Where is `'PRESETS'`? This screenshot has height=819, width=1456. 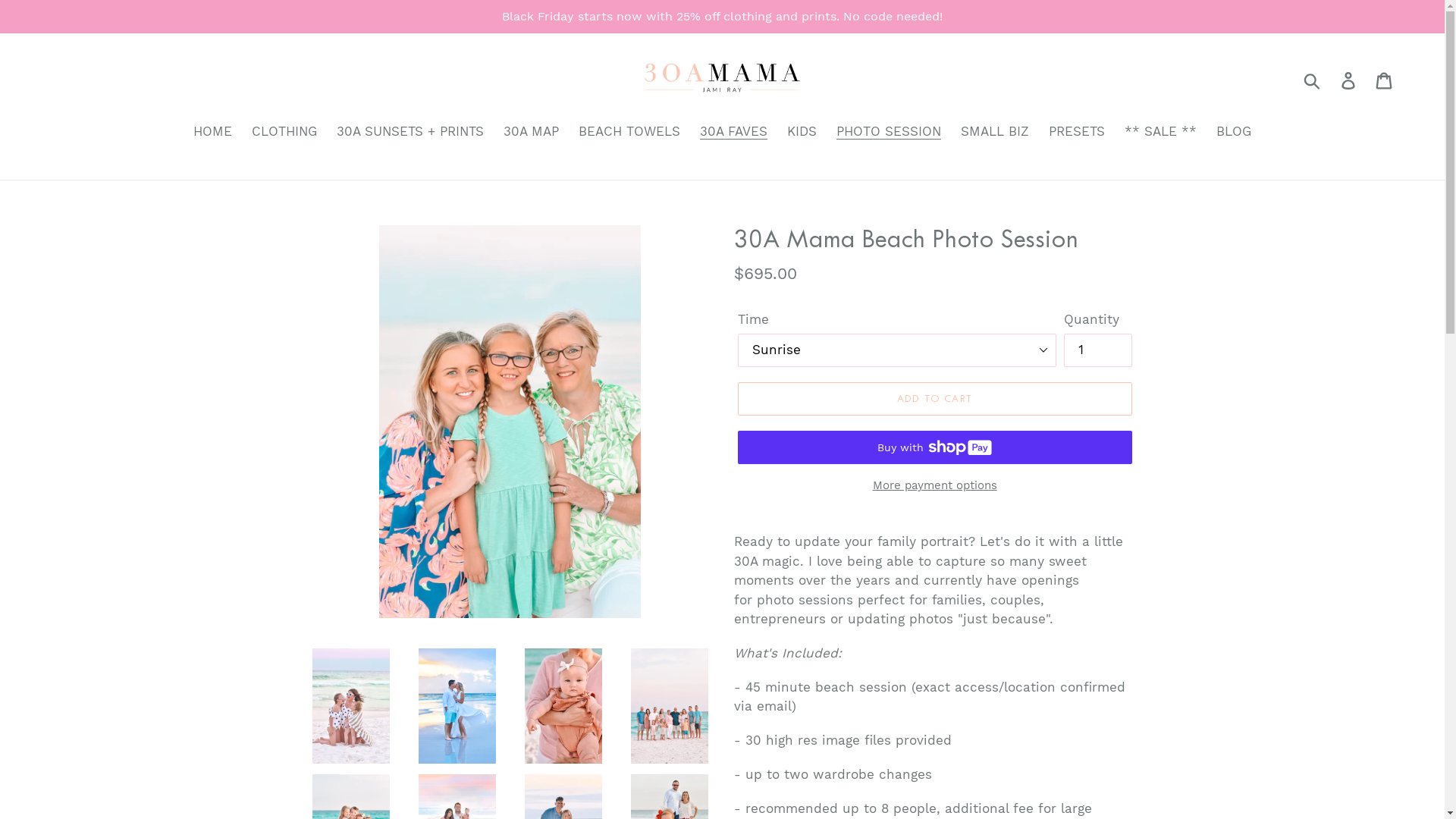
'PRESETS' is located at coordinates (1076, 132).